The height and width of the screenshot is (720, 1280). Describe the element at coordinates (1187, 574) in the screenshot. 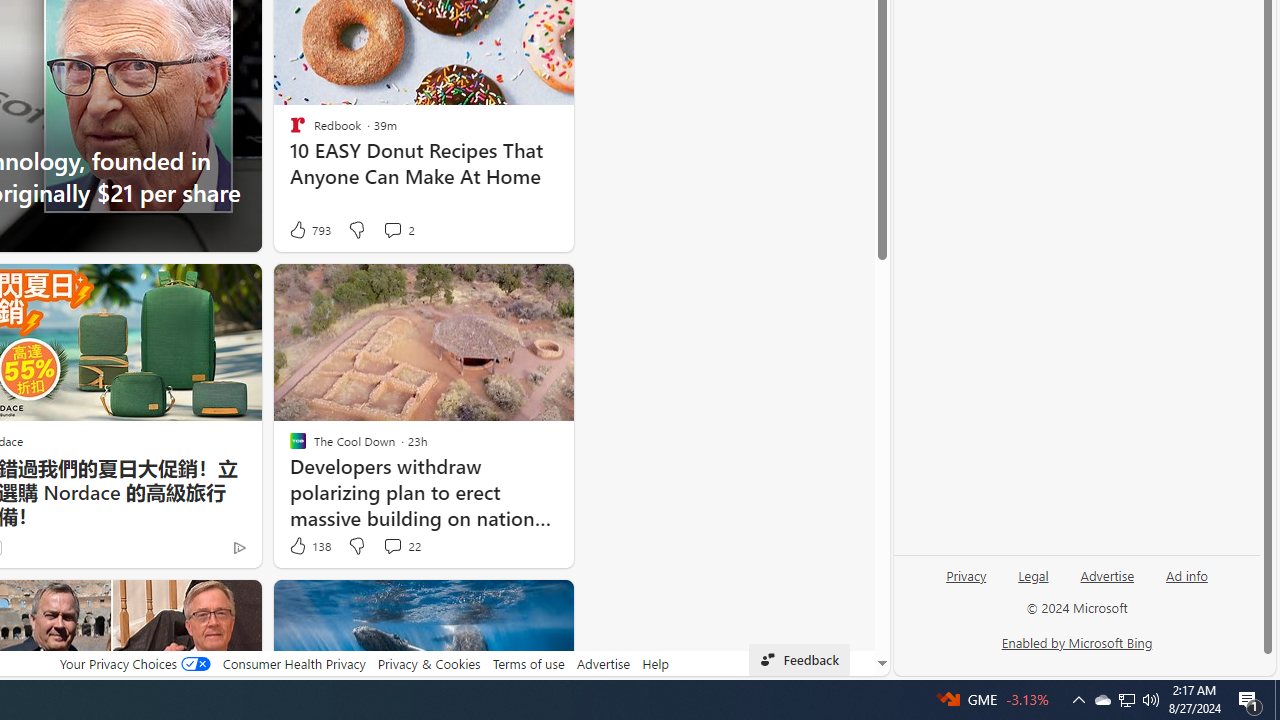

I see `'Ad info'` at that location.